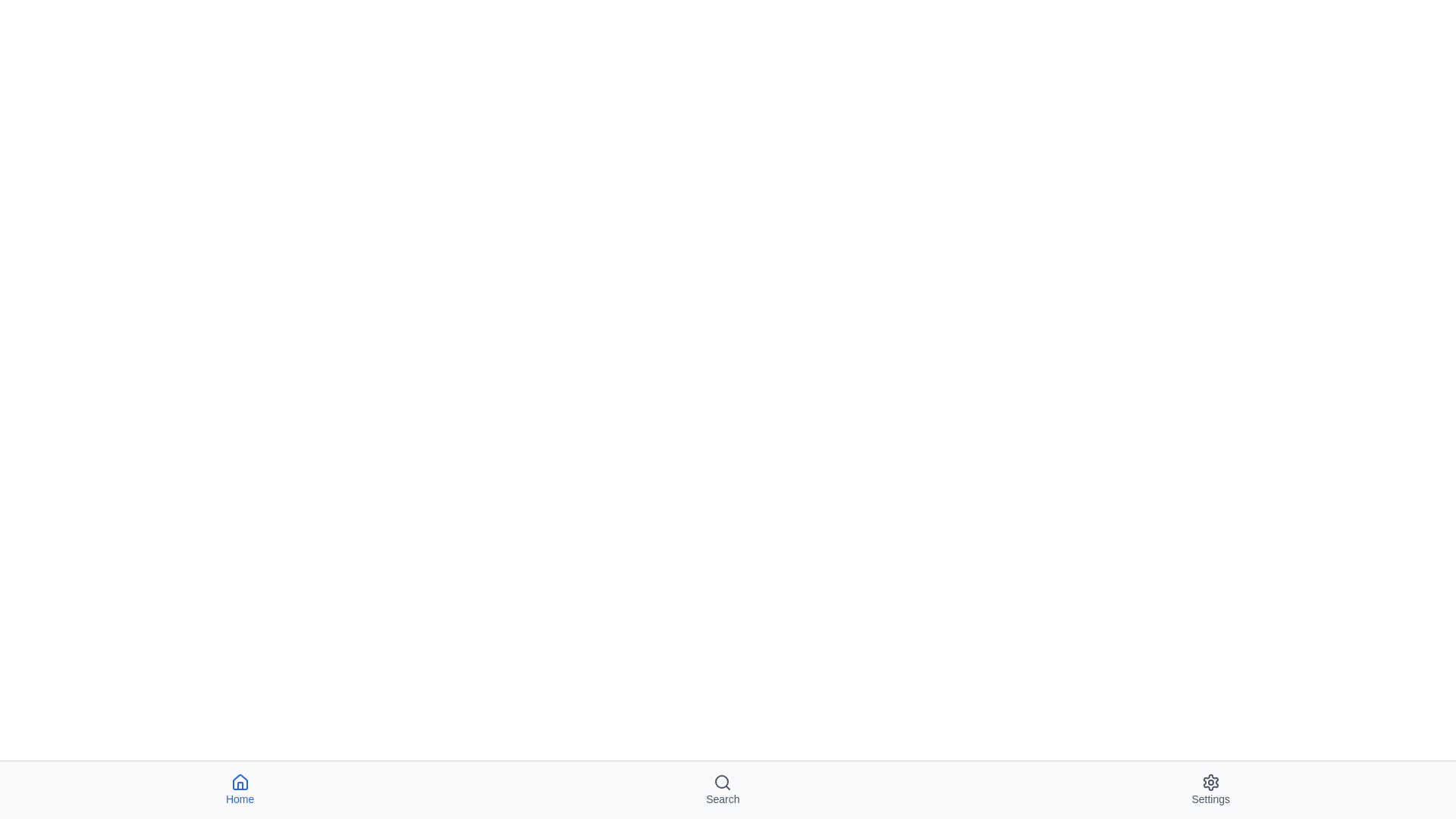 Image resolution: width=1456 pixels, height=819 pixels. Describe the element at coordinates (722, 789) in the screenshot. I see `the search button located centrally in the bottom navigation bar` at that location.